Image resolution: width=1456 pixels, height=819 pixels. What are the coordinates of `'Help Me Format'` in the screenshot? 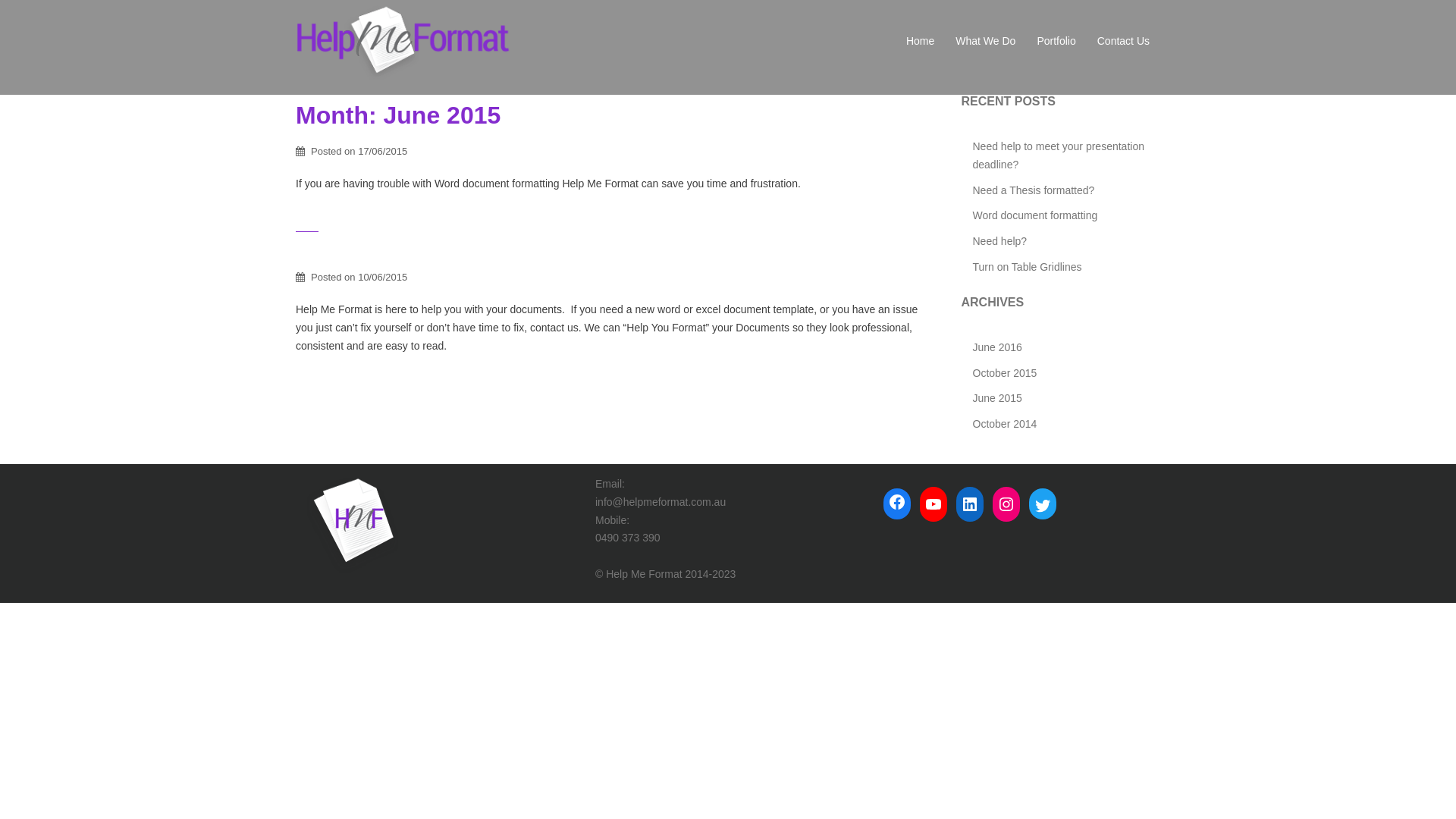 It's located at (403, 40).